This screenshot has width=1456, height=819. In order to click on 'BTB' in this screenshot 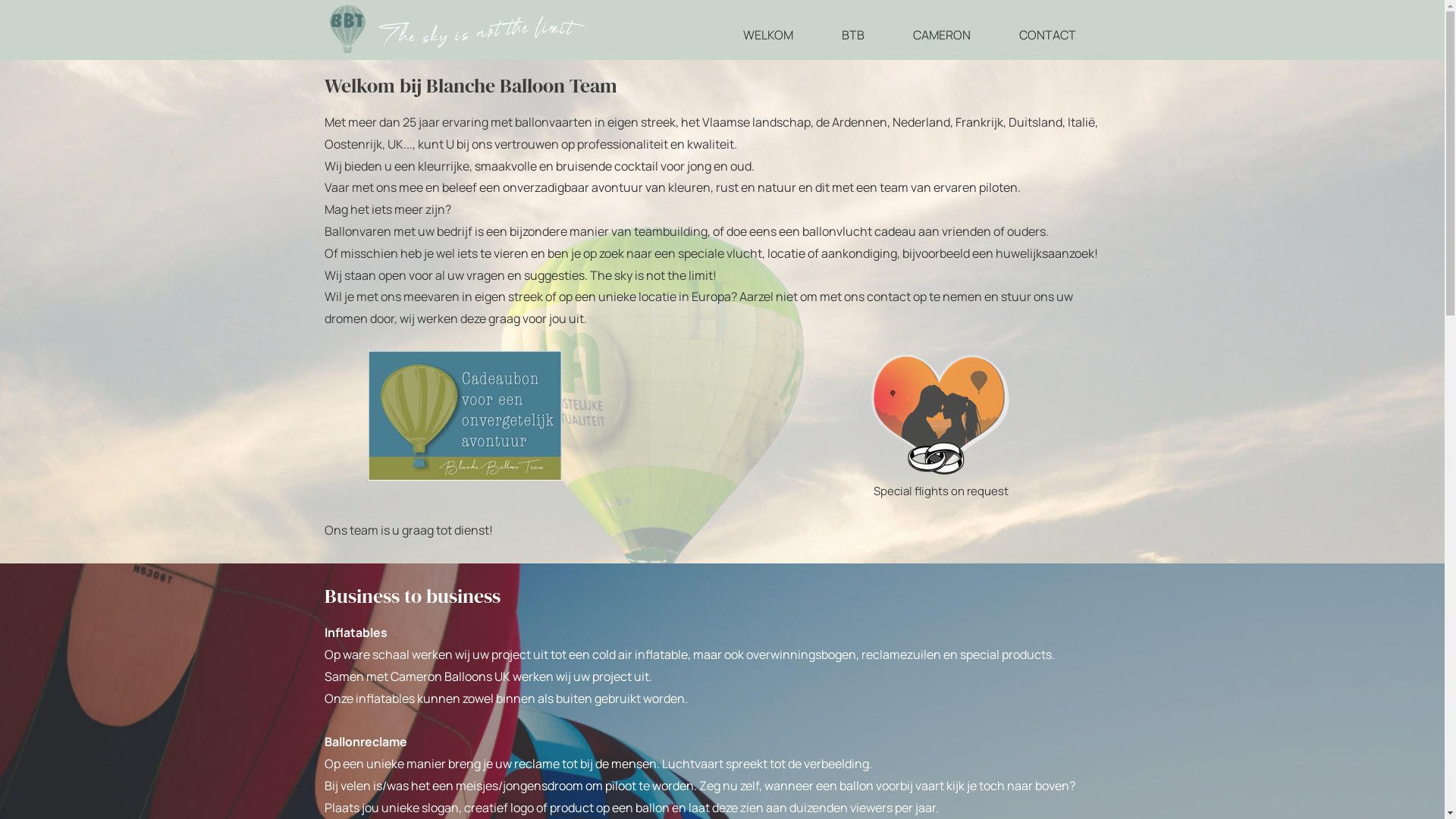, I will do `click(852, 34)`.